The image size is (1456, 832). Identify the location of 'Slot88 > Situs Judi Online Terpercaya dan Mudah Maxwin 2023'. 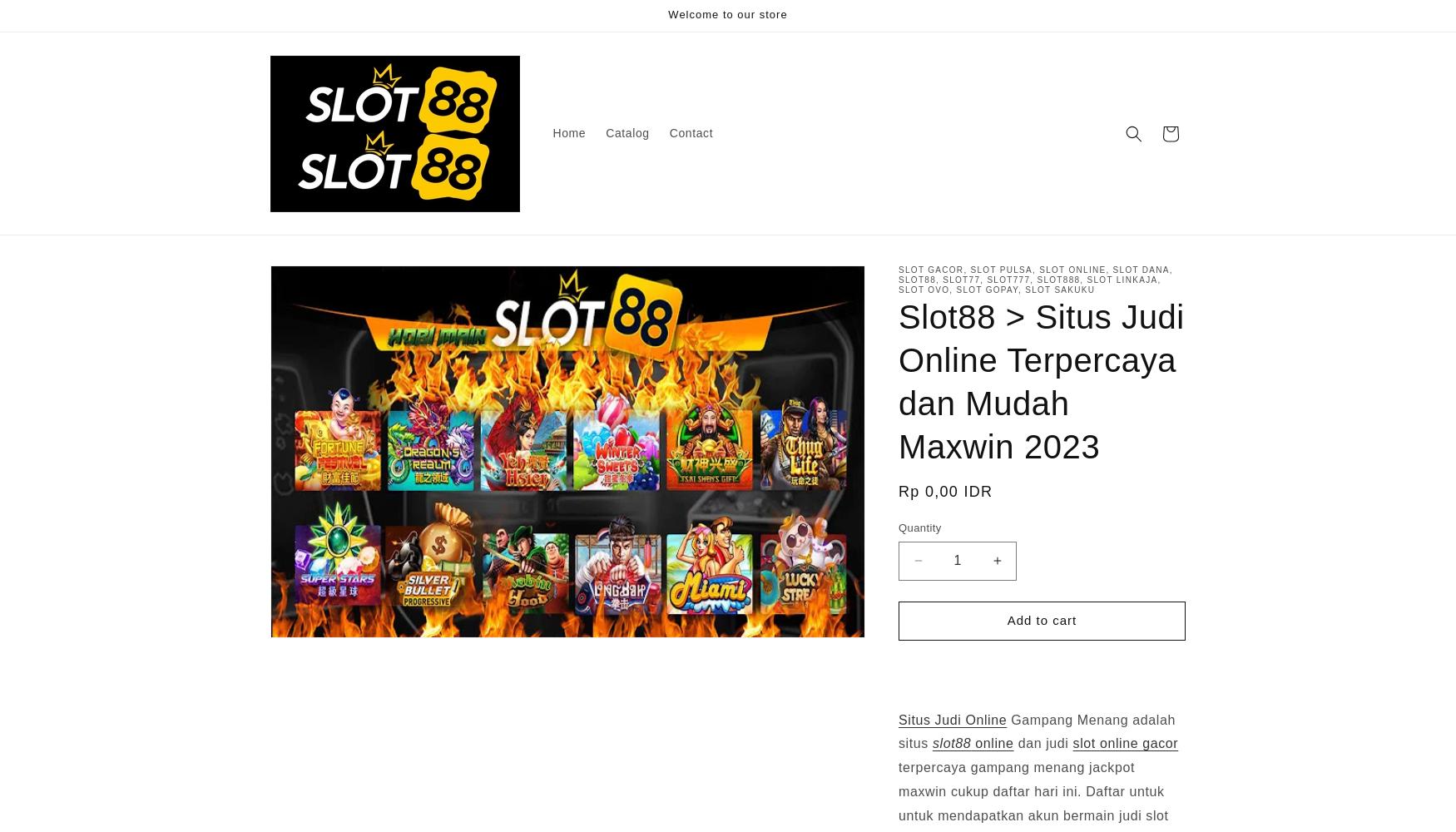
(1040, 381).